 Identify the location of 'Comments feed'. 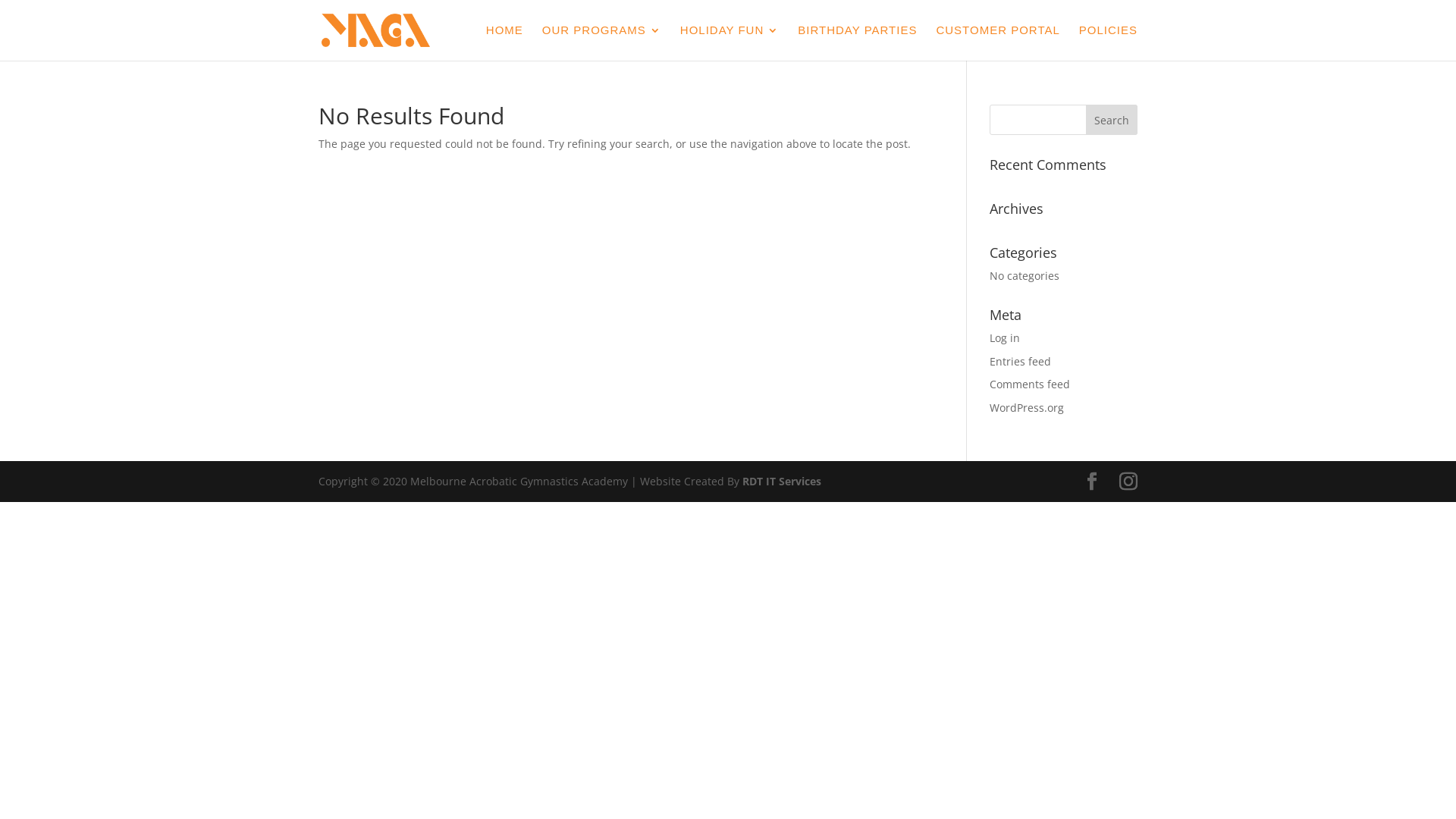
(990, 383).